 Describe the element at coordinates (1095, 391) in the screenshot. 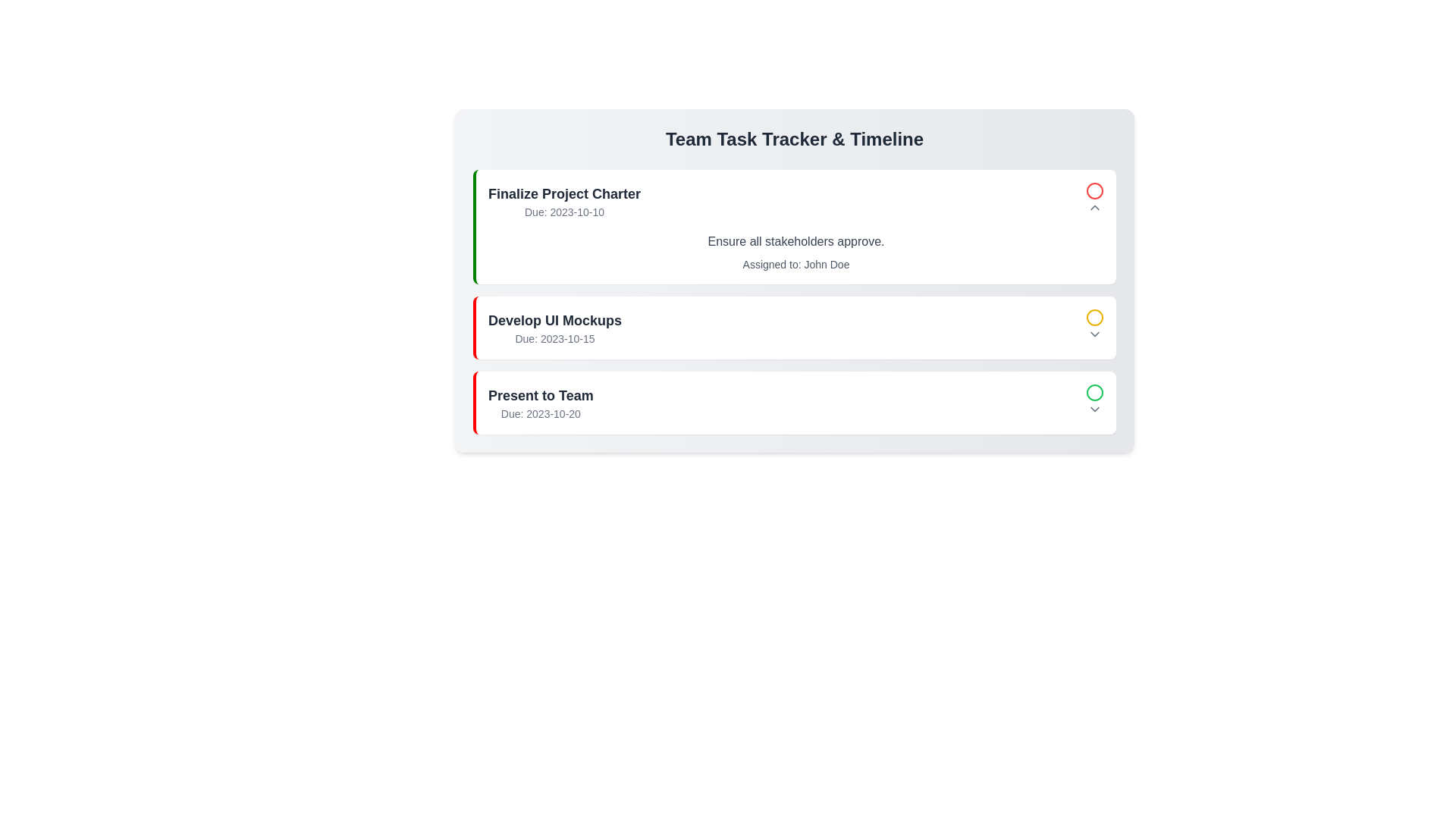

I see `the green circular icon with a thin border located at the top-right area of its enclosing task card by moving the cursor to its center point` at that location.